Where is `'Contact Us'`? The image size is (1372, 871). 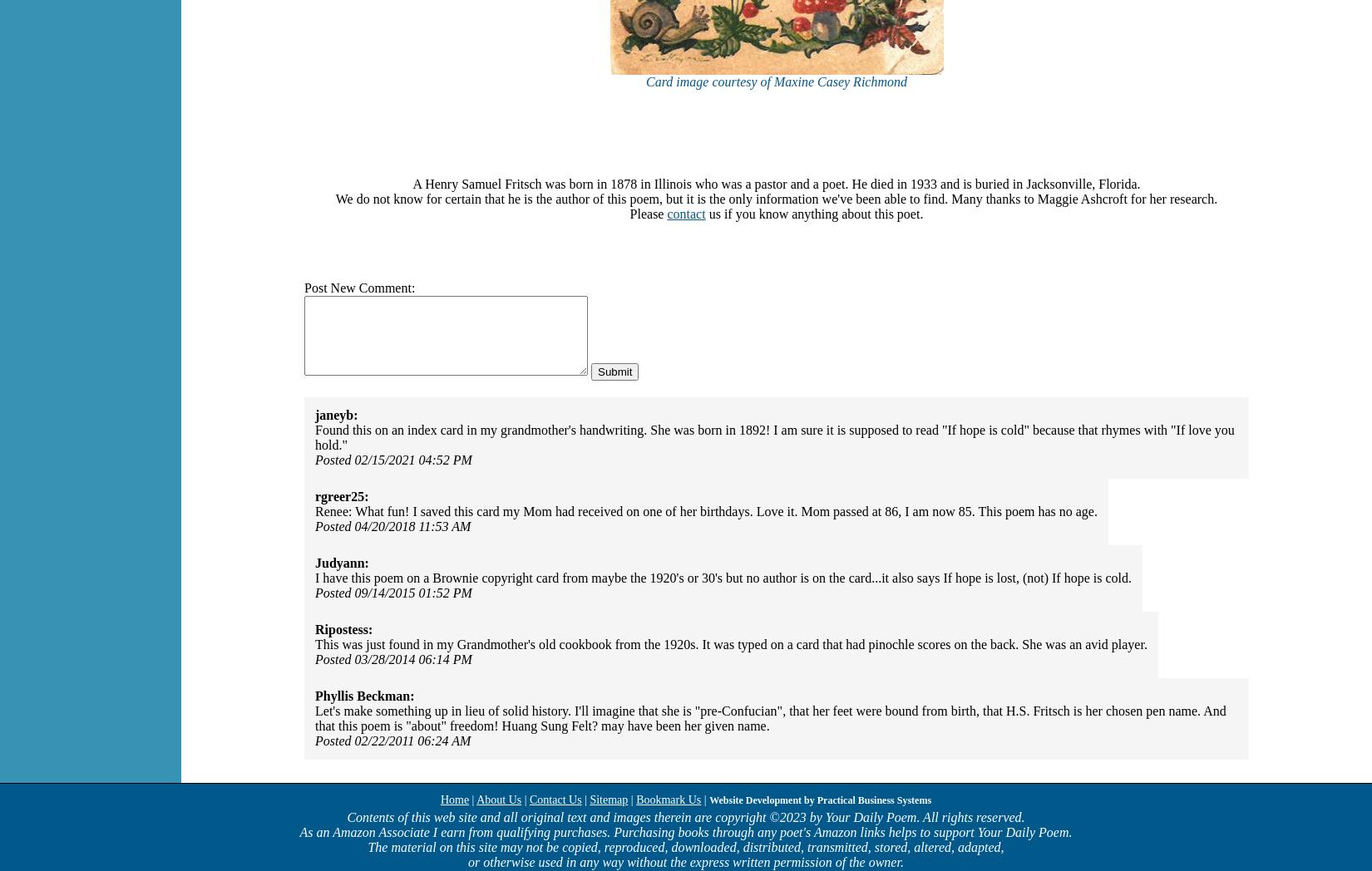
'Contact Us' is located at coordinates (529, 799).